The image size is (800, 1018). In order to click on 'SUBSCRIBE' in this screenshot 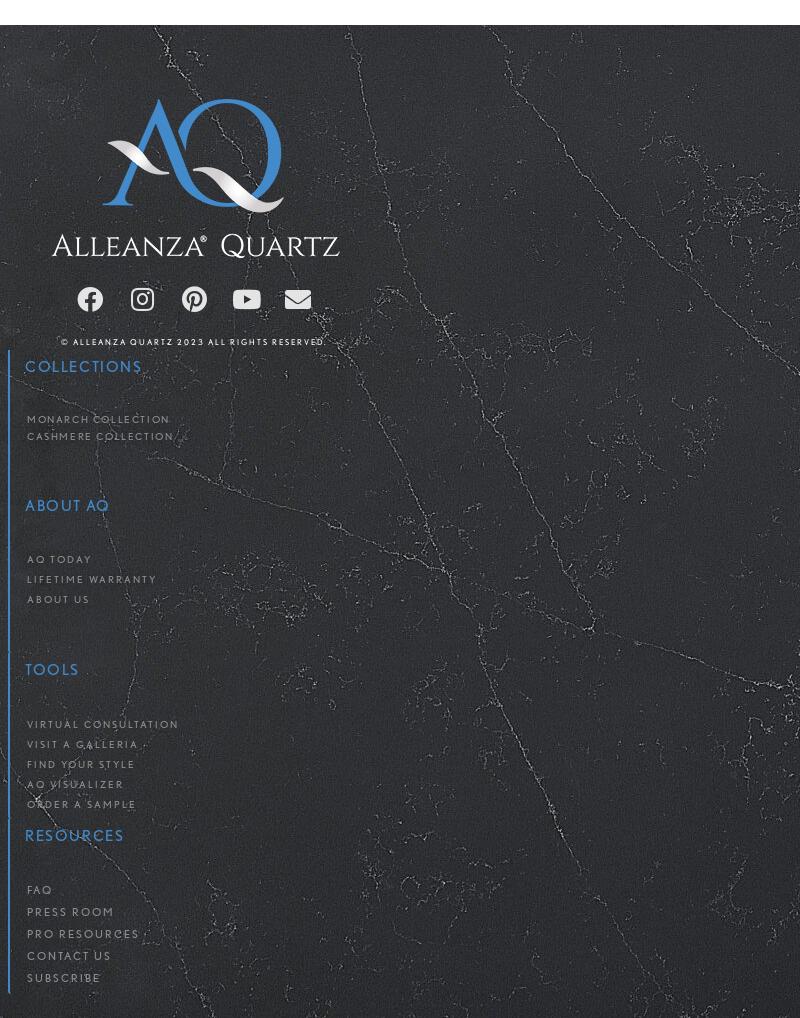, I will do `click(63, 977)`.